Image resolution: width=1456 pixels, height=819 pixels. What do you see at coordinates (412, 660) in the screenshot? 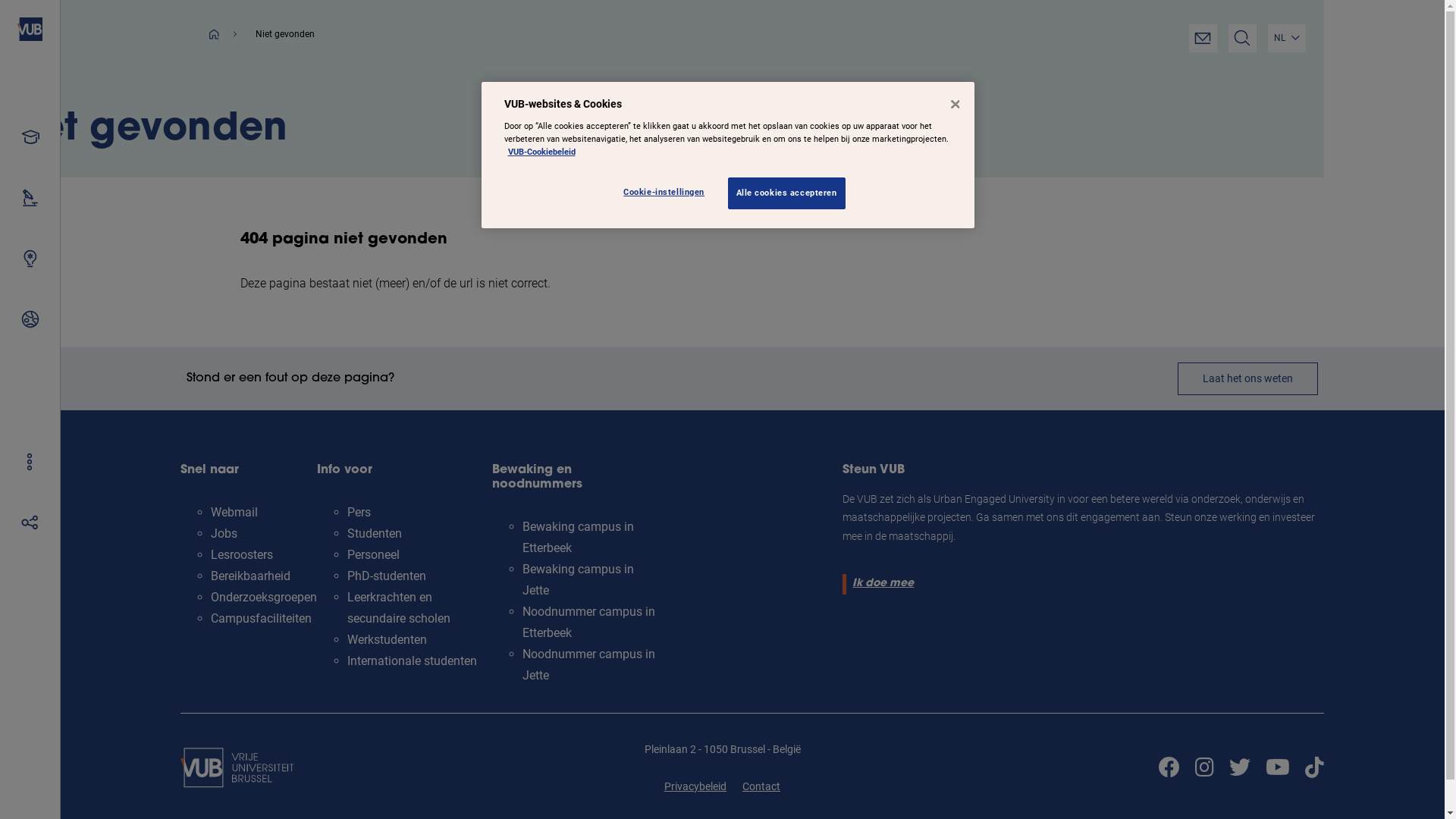
I see `'Internationale studenten'` at bounding box center [412, 660].